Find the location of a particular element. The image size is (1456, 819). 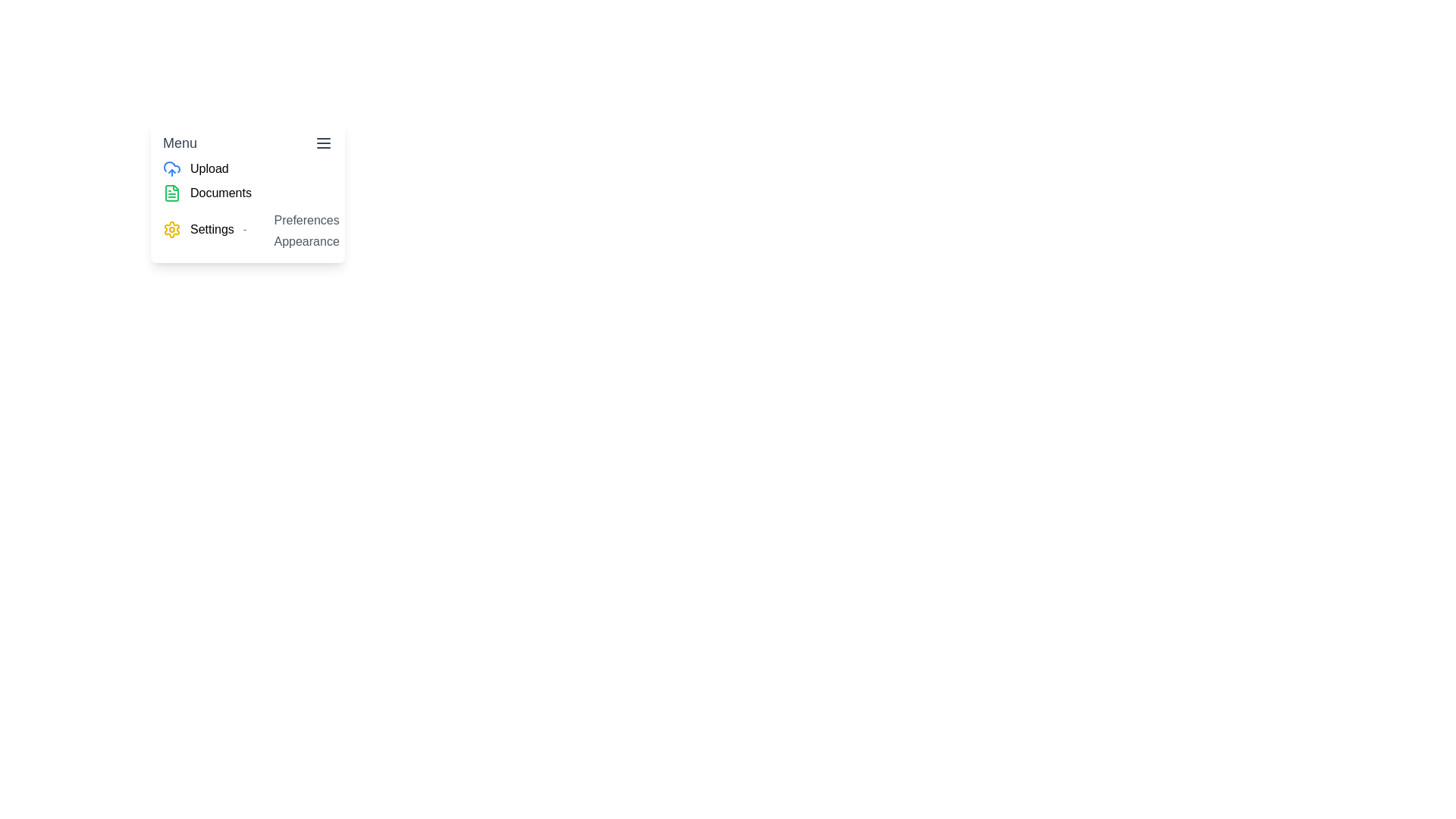

the 'Appearance' text label in the menu that appears below 'Preferences', which changes color on hover is located at coordinates (306, 241).